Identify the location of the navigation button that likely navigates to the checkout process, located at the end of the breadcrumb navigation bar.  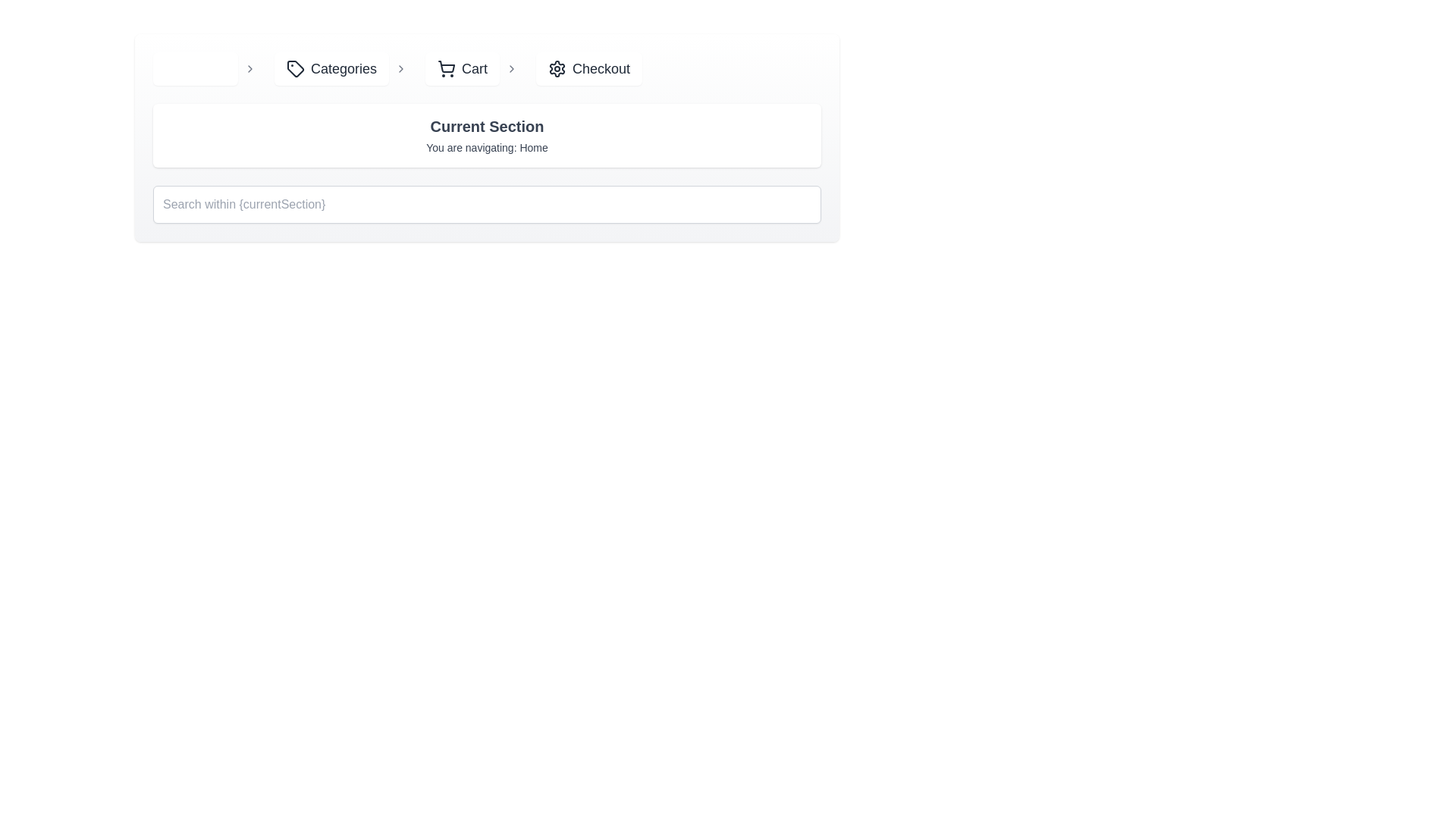
(588, 69).